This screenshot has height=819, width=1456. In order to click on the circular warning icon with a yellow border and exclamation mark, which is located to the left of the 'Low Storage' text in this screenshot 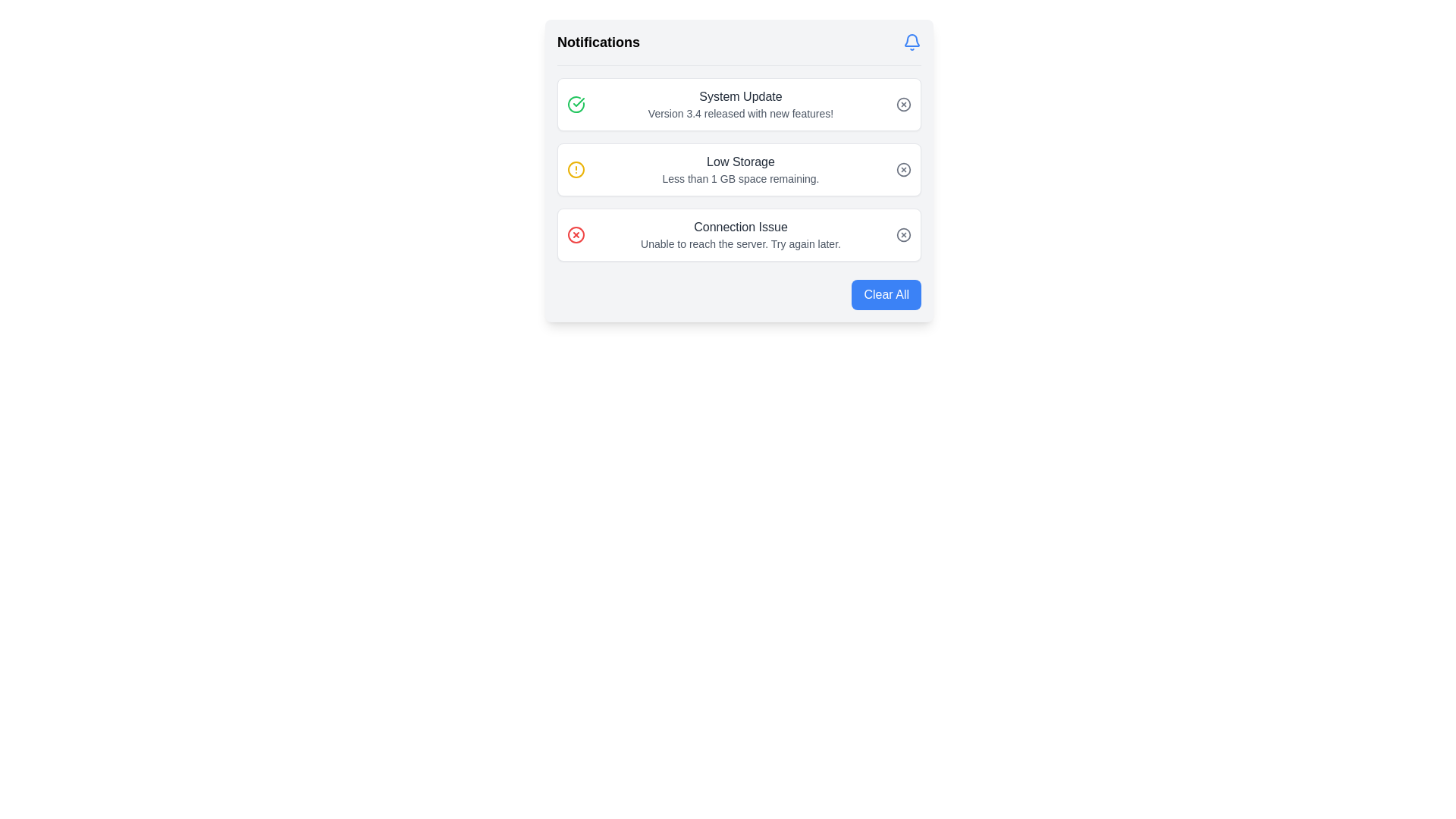, I will do `click(575, 169)`.